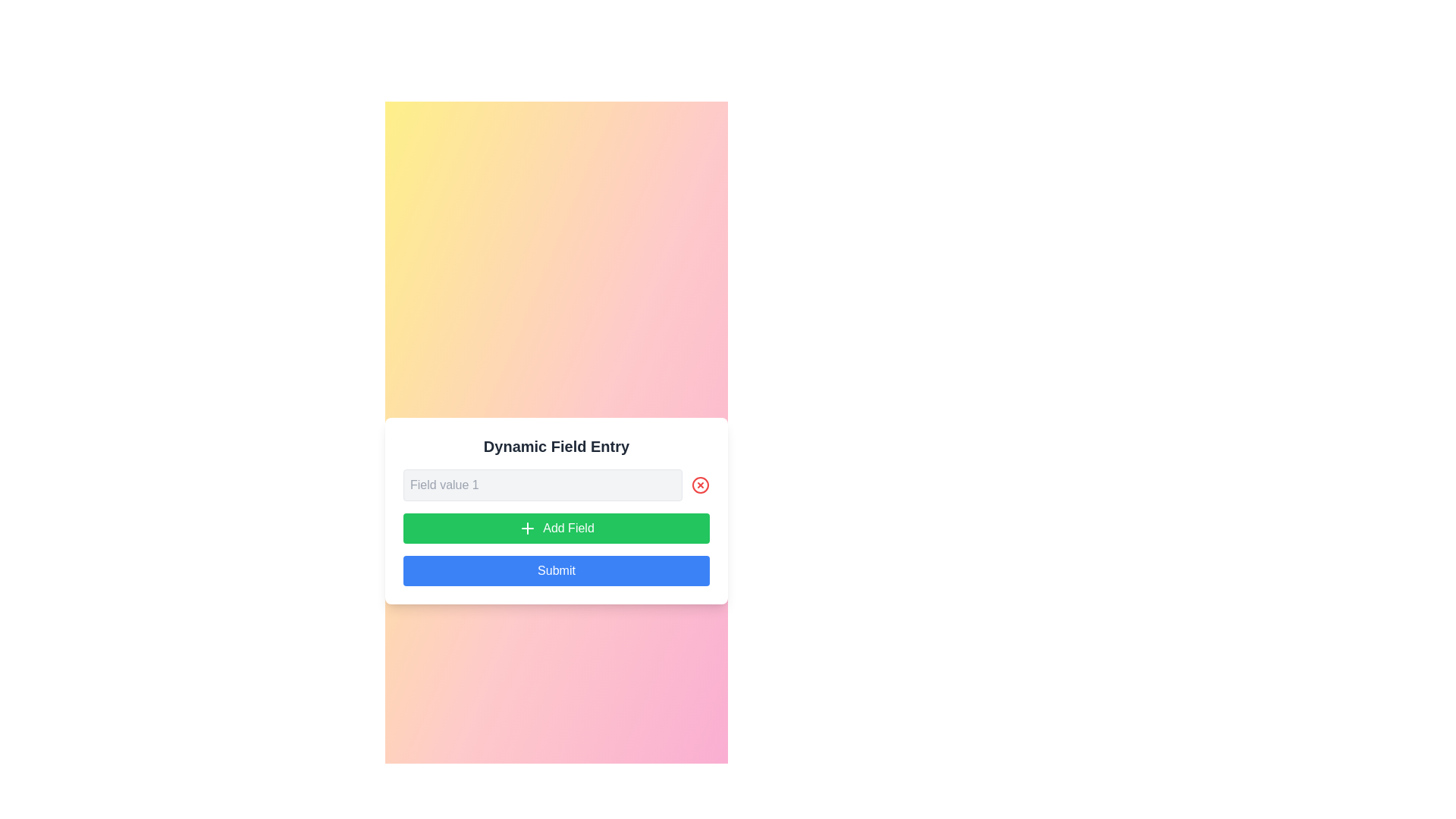 The width and height of the screenshot is (1456, 819). Describe the element at coordinates (556, 446) in the screenshot. I see `the static text label that serves as the title for the form related to managing dynamic fields` at that location.